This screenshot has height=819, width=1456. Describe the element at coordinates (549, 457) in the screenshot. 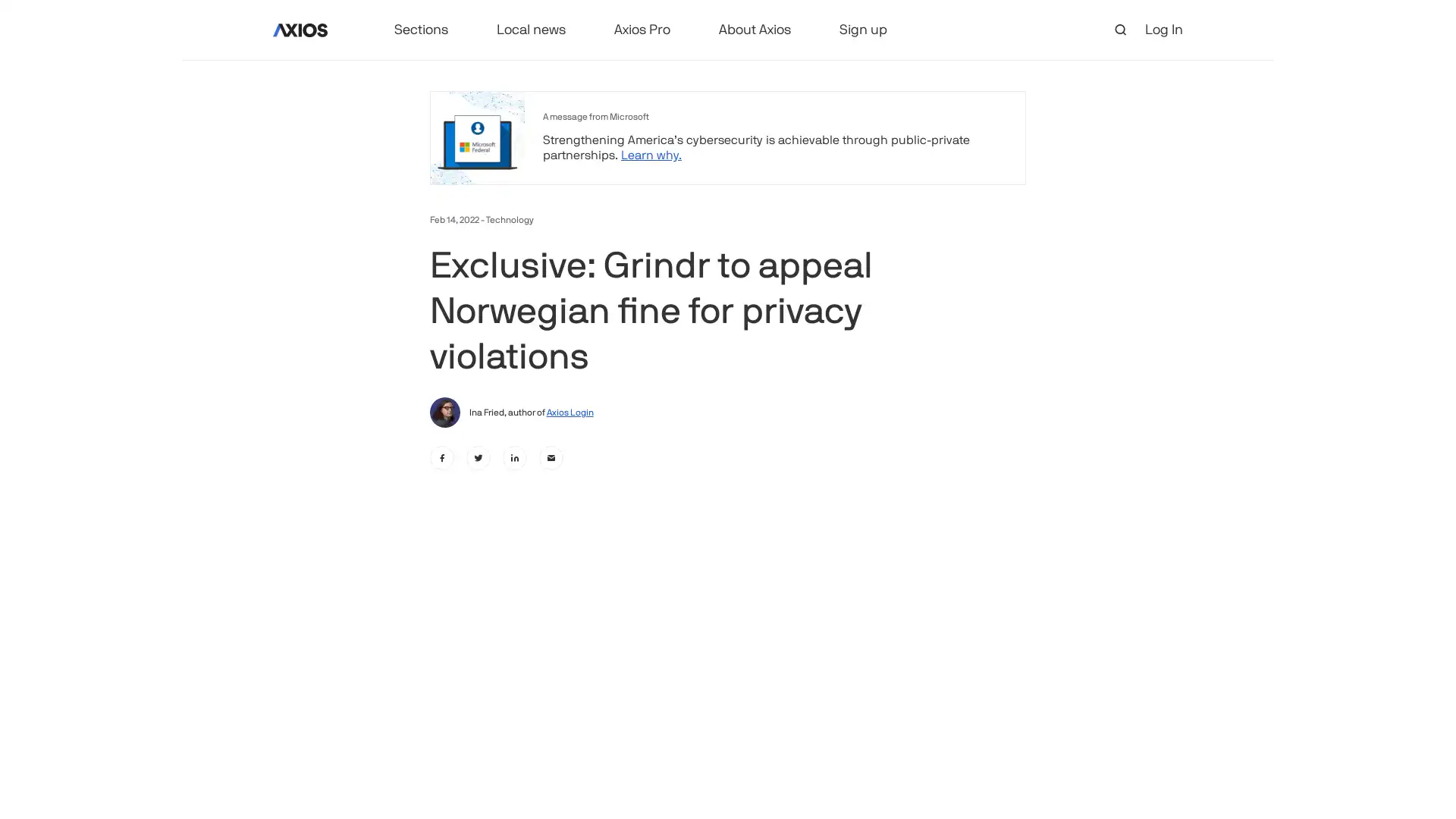

I see `email` at that location.